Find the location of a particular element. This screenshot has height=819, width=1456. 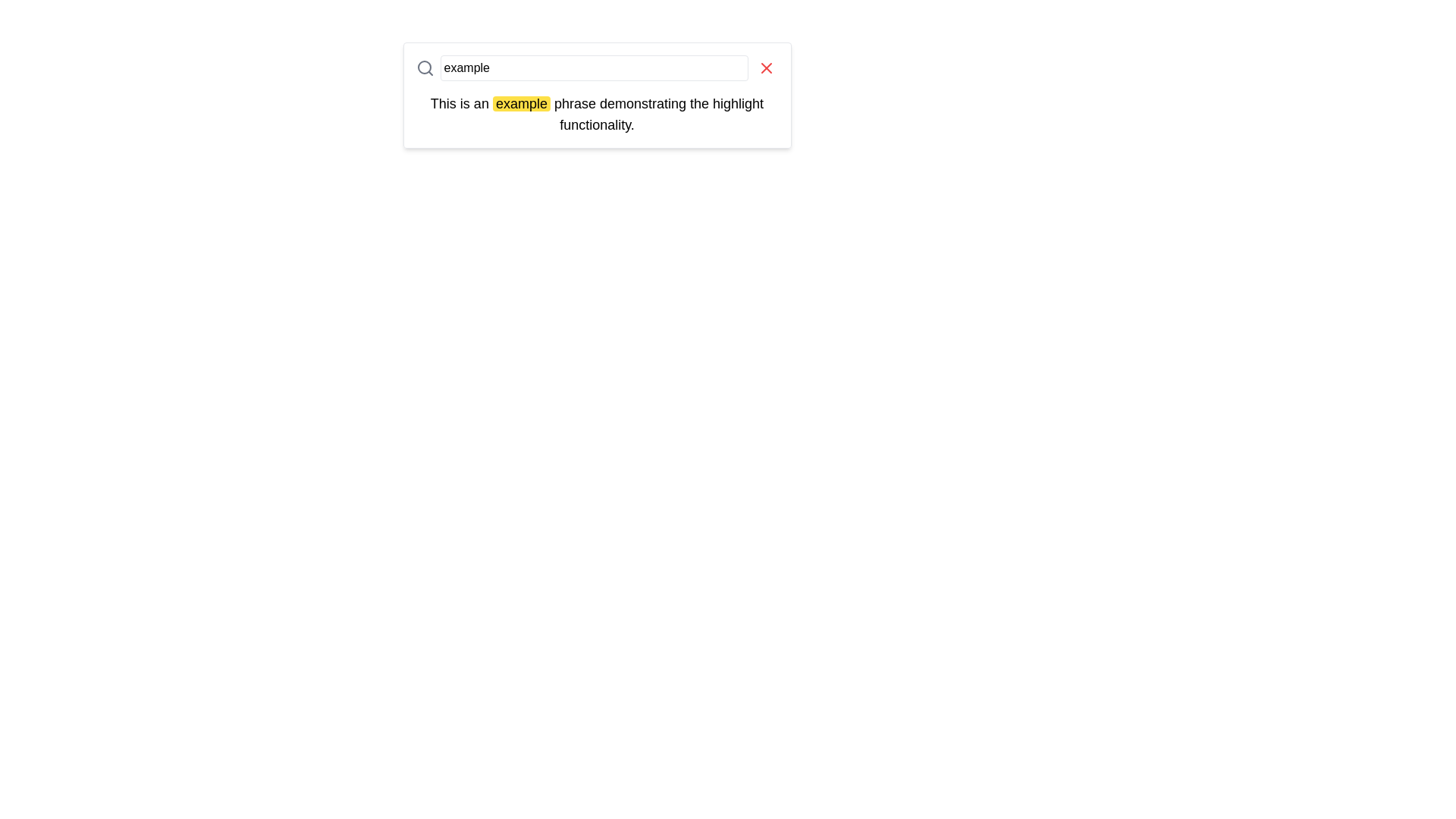

the red 'X' icon located in the top-right corner of the search bar to clear the search bar is located at coordinates (765, 67).